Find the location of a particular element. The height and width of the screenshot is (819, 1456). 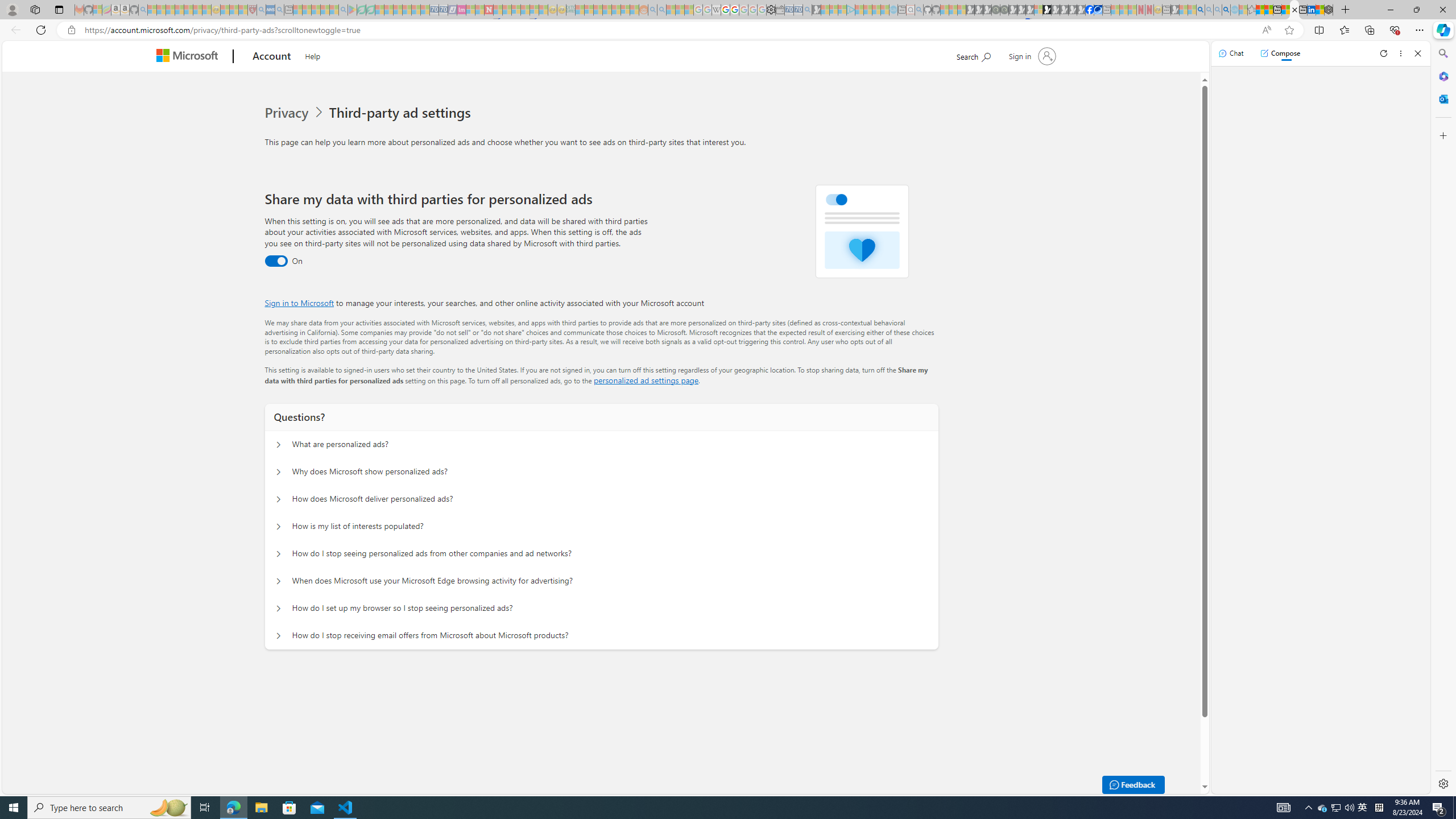

'Third party data sharing toggle' is located at coordinates (276, 261).